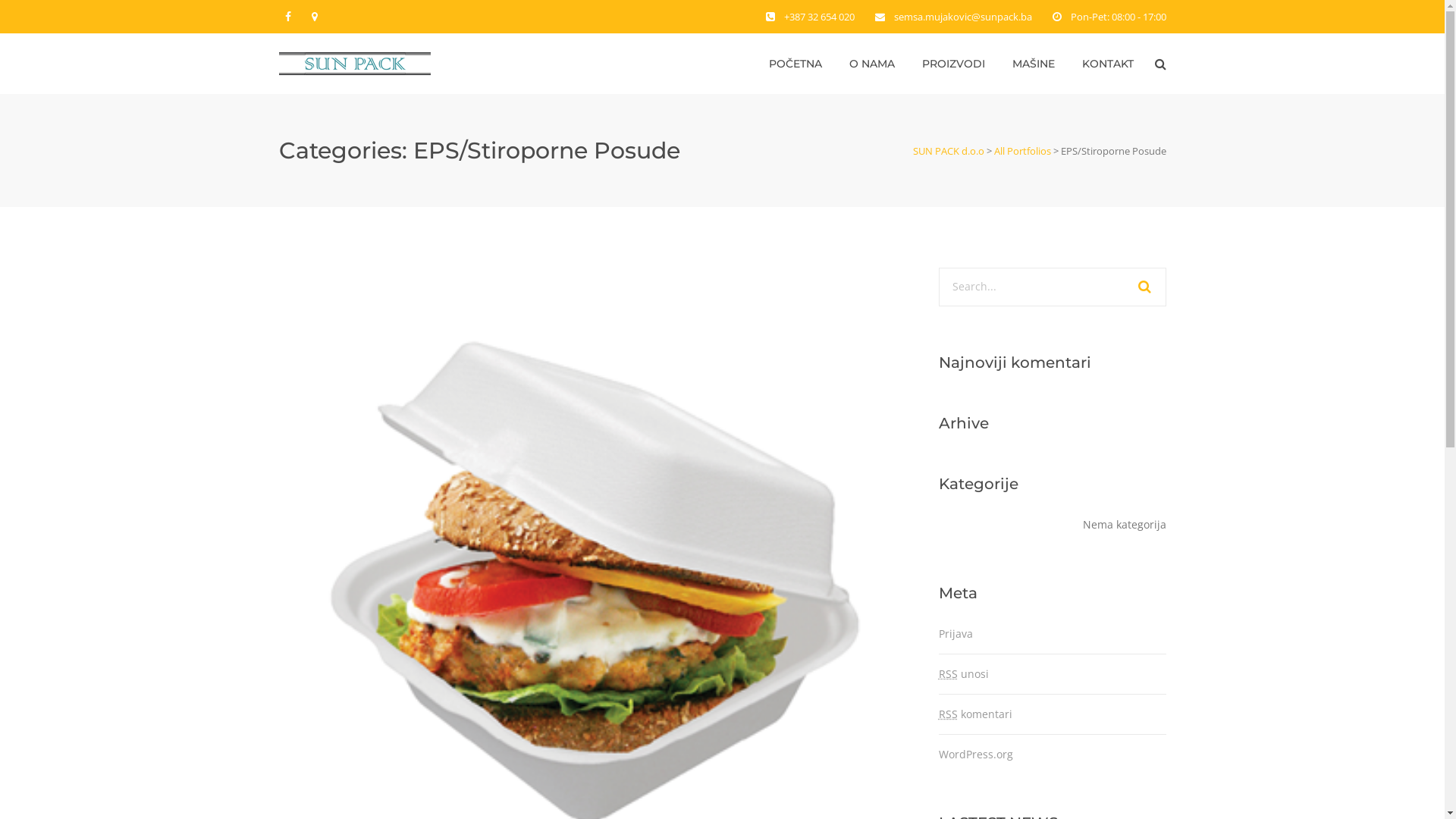 The width and height of the screenshot is (1456, 819). Describe the element at coordinates (948, 151) in the screenshot. I see `'SUN PACK d.o.o'` at that location.